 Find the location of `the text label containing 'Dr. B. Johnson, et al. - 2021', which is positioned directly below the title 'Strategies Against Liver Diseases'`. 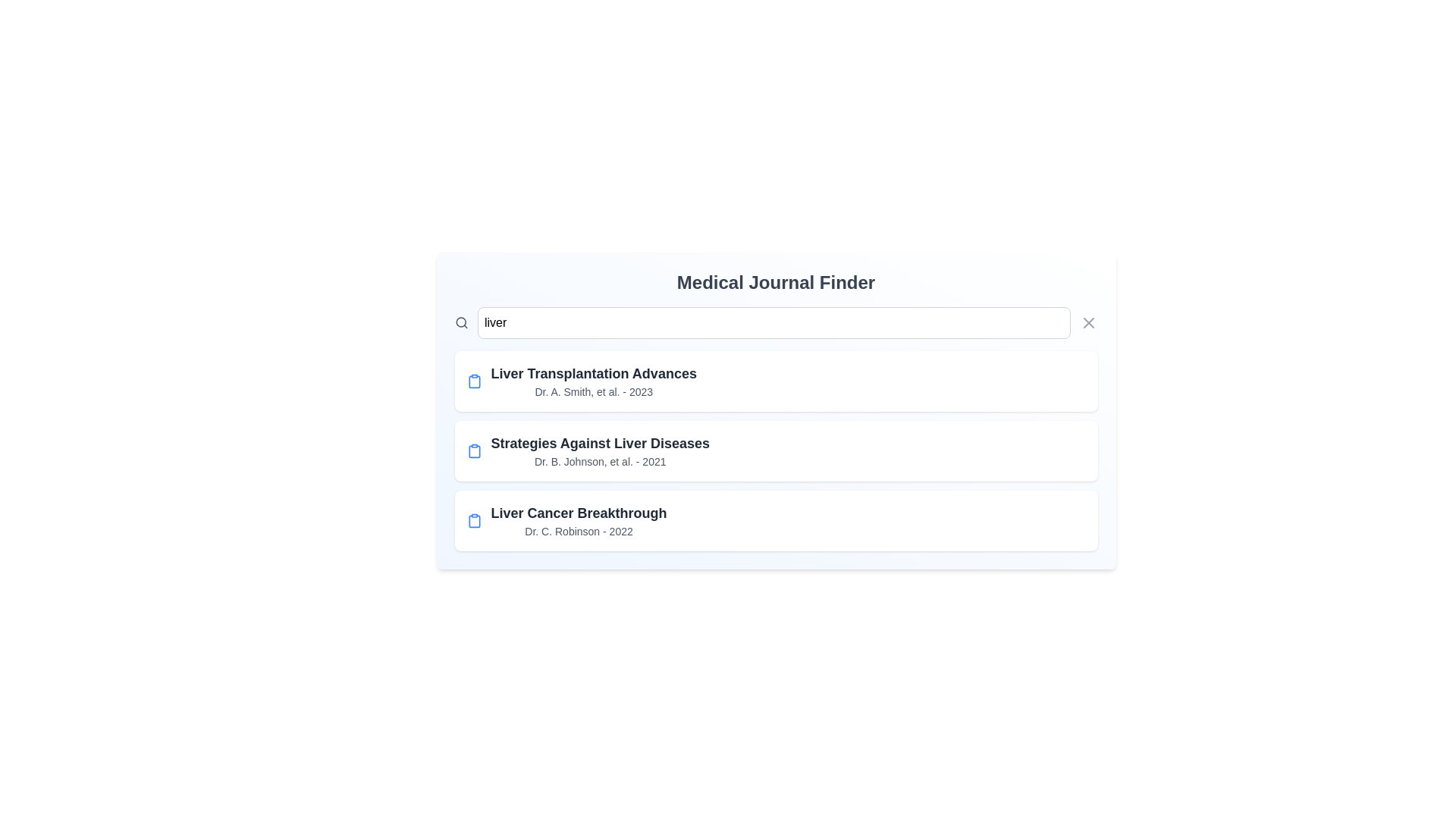

the text label containing 'Dr. B. Johnson, et al. - 2021', which is positioned directly below the title 'Strategies Against Liver Diseases' is located at coordinates (599, 461).